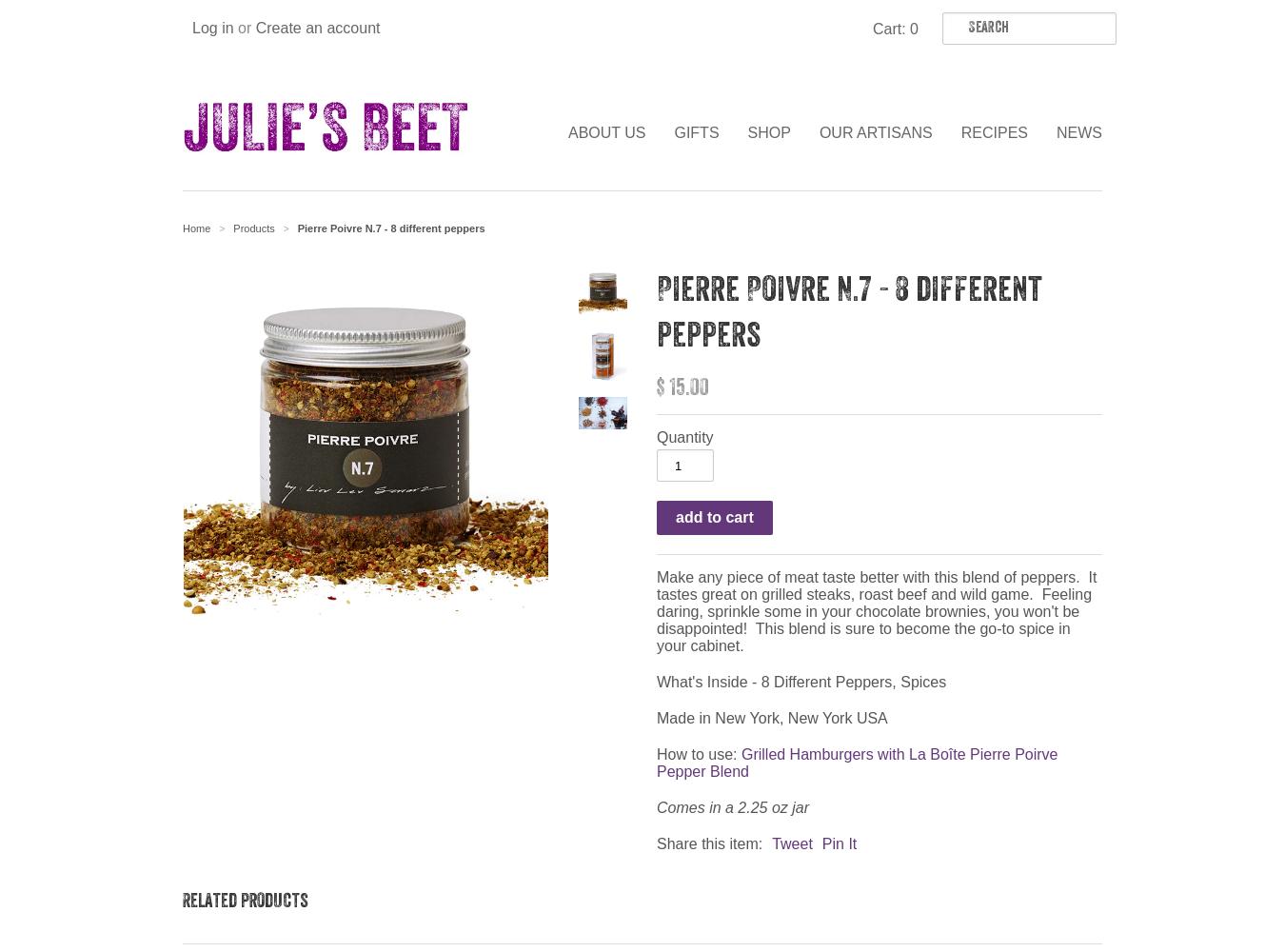 The image size is (1285, 952). I want to click on 'Tweet', so click(792, 843).